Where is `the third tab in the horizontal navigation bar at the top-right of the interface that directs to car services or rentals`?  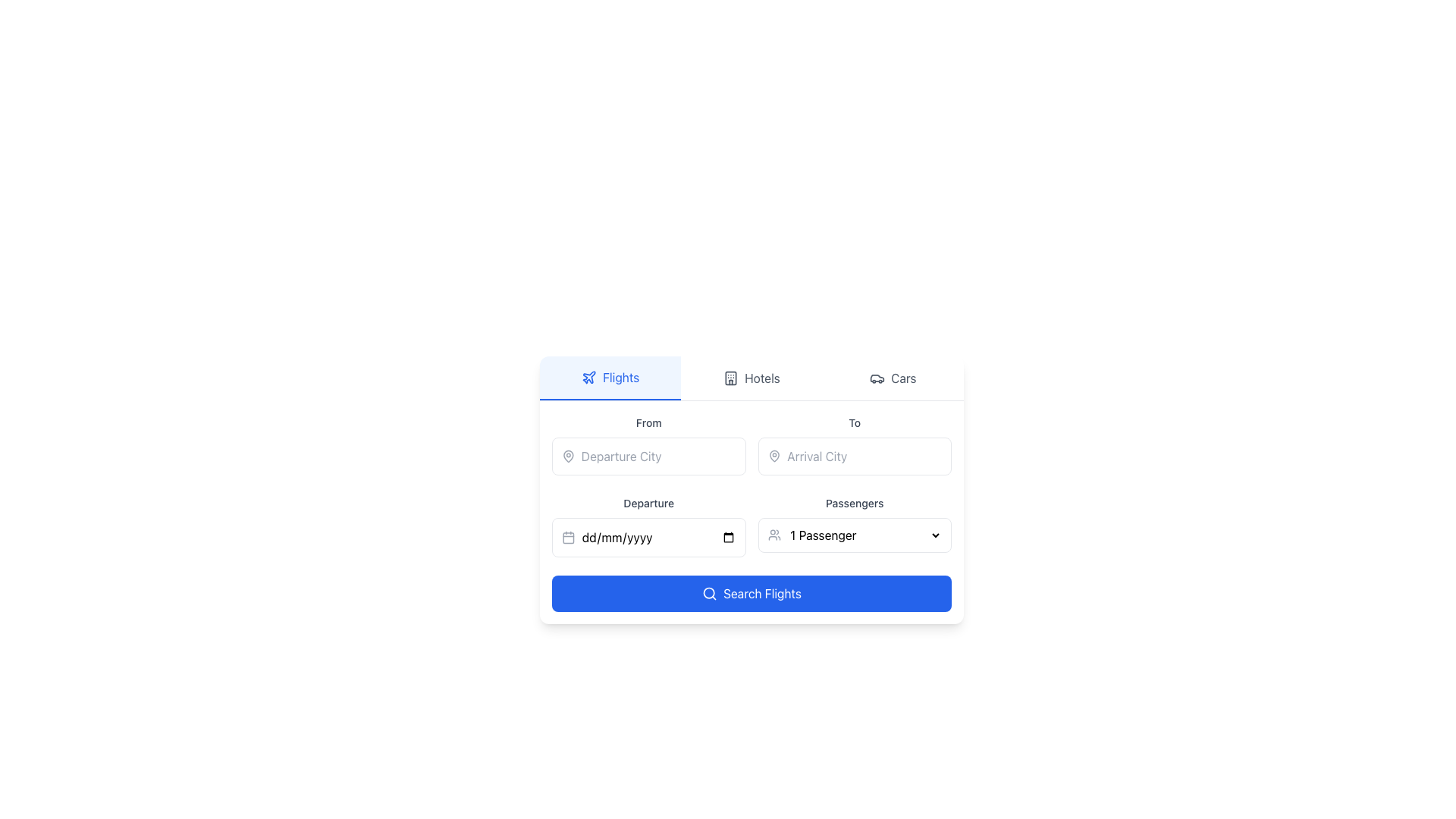 the third tab in the horizontal navigation bar at the top-right of the interface that directs to car services or rentals is located at coordinates (893, 377).